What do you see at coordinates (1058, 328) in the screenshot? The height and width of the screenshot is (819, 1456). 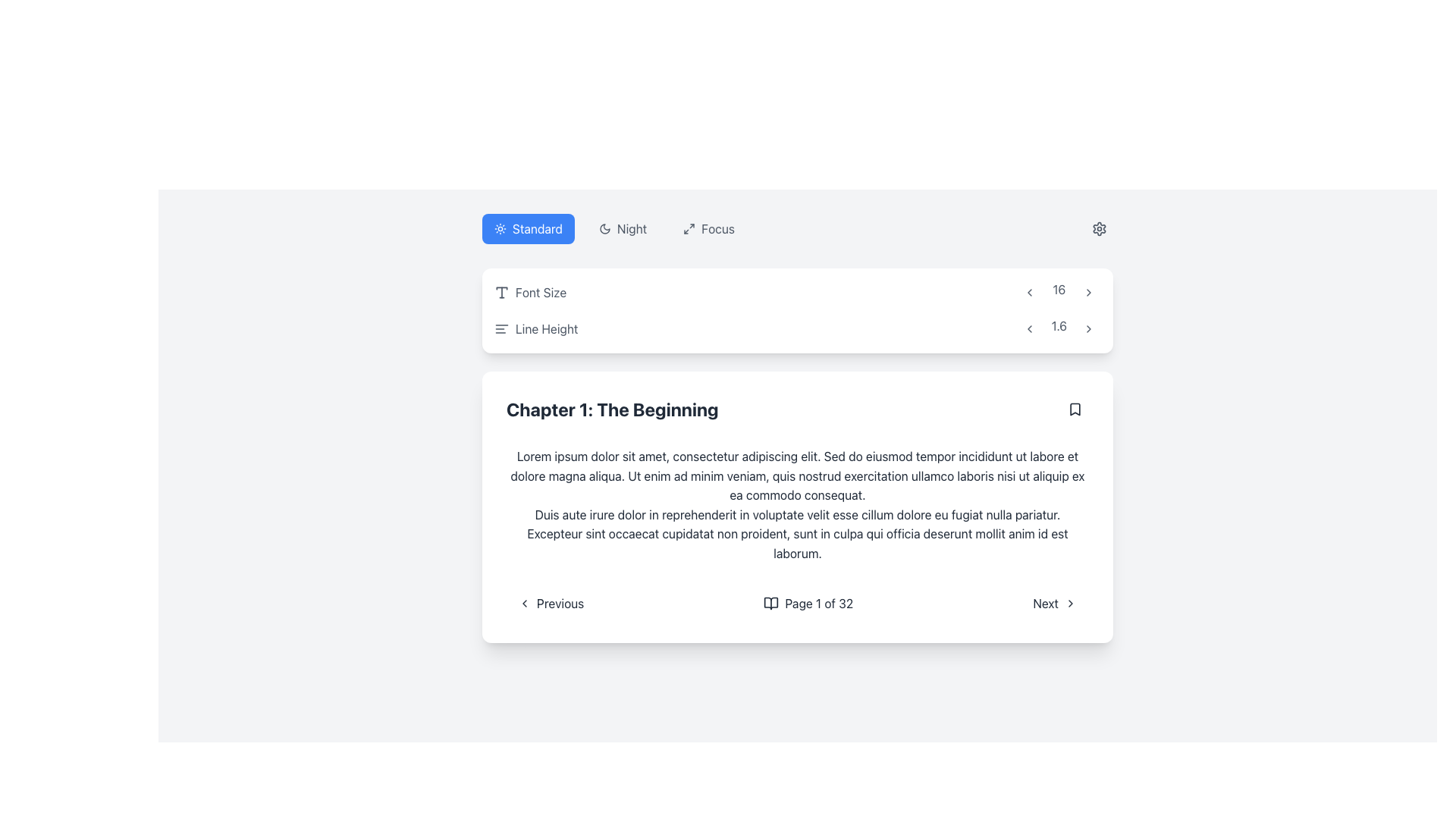 I see `the static text label that displays a numerical value, positioned centrally in a horizontal layout between navigation arrows and other indicators` at bounding box center [1058, 328].